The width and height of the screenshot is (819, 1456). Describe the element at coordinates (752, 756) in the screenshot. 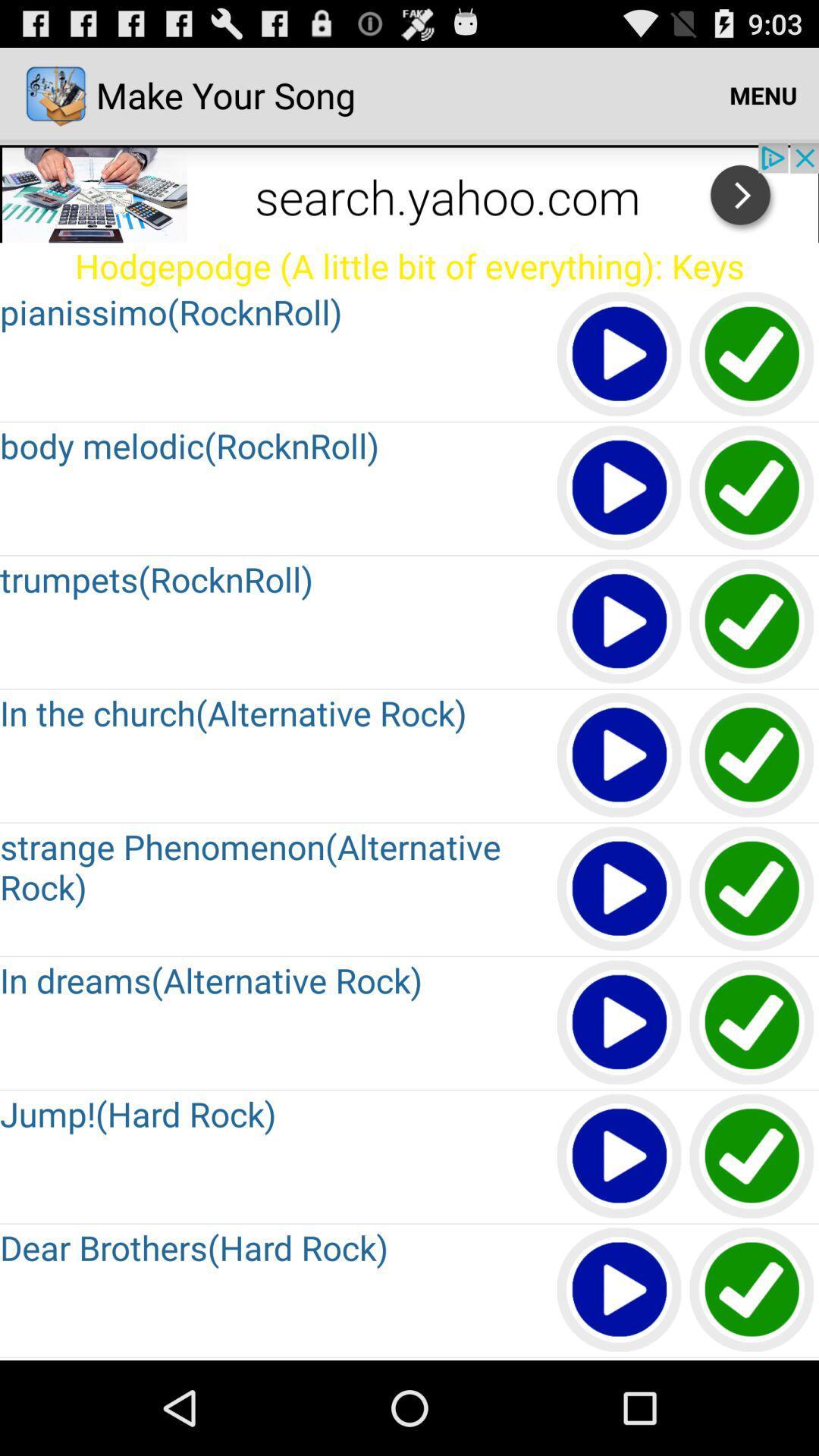

I see `option` at that location.